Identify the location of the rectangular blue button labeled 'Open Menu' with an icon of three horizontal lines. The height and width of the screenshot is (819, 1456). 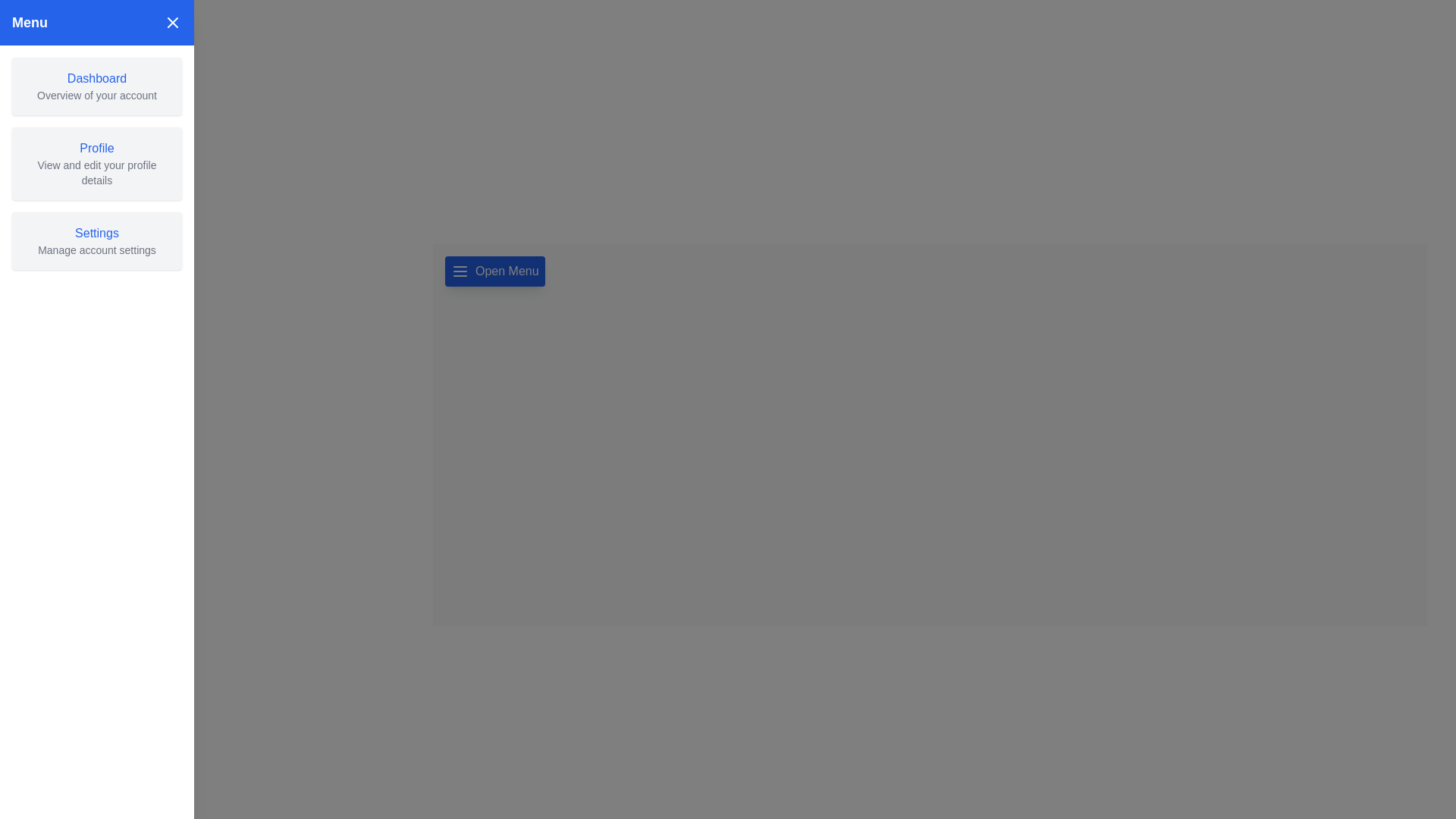
(494, 271).